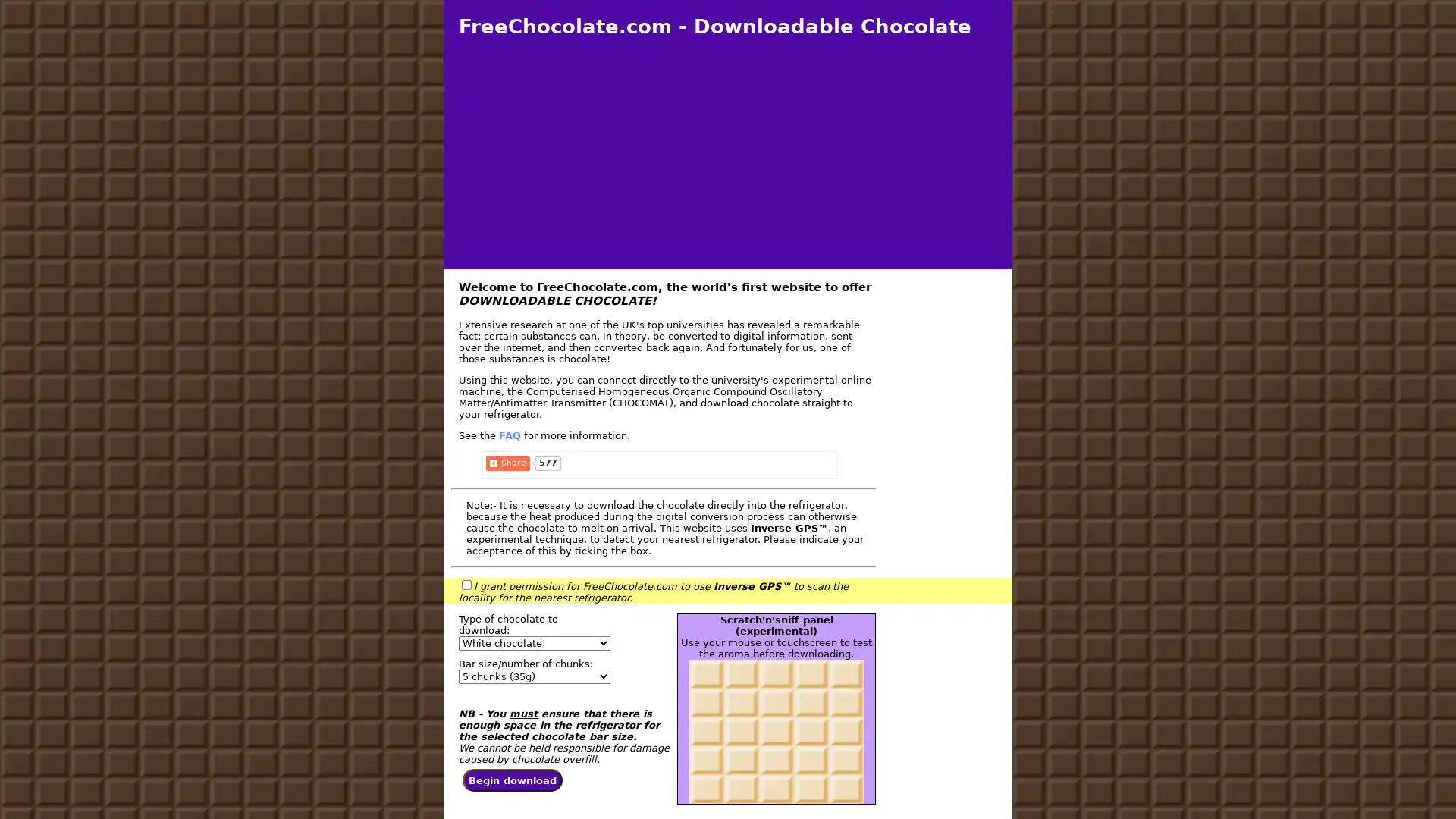  I want to click on Begin download, so click(513, 783).